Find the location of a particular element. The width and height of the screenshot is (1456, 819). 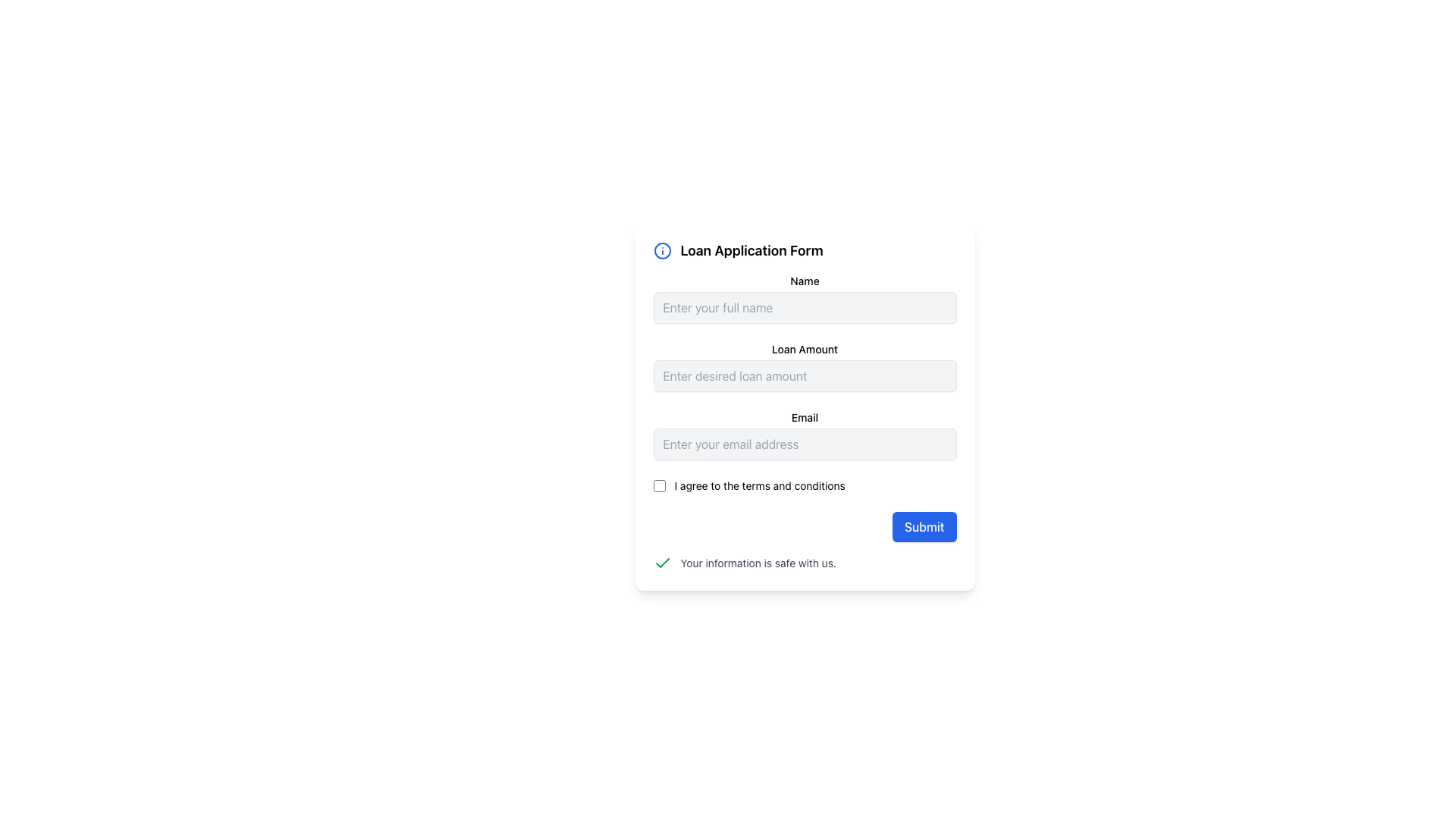

the green checkmark icon located in the bottom-left section of the modal-like form card, adjacent to the text 'Your information is safe with us.' is located at coordinates (662, 563).